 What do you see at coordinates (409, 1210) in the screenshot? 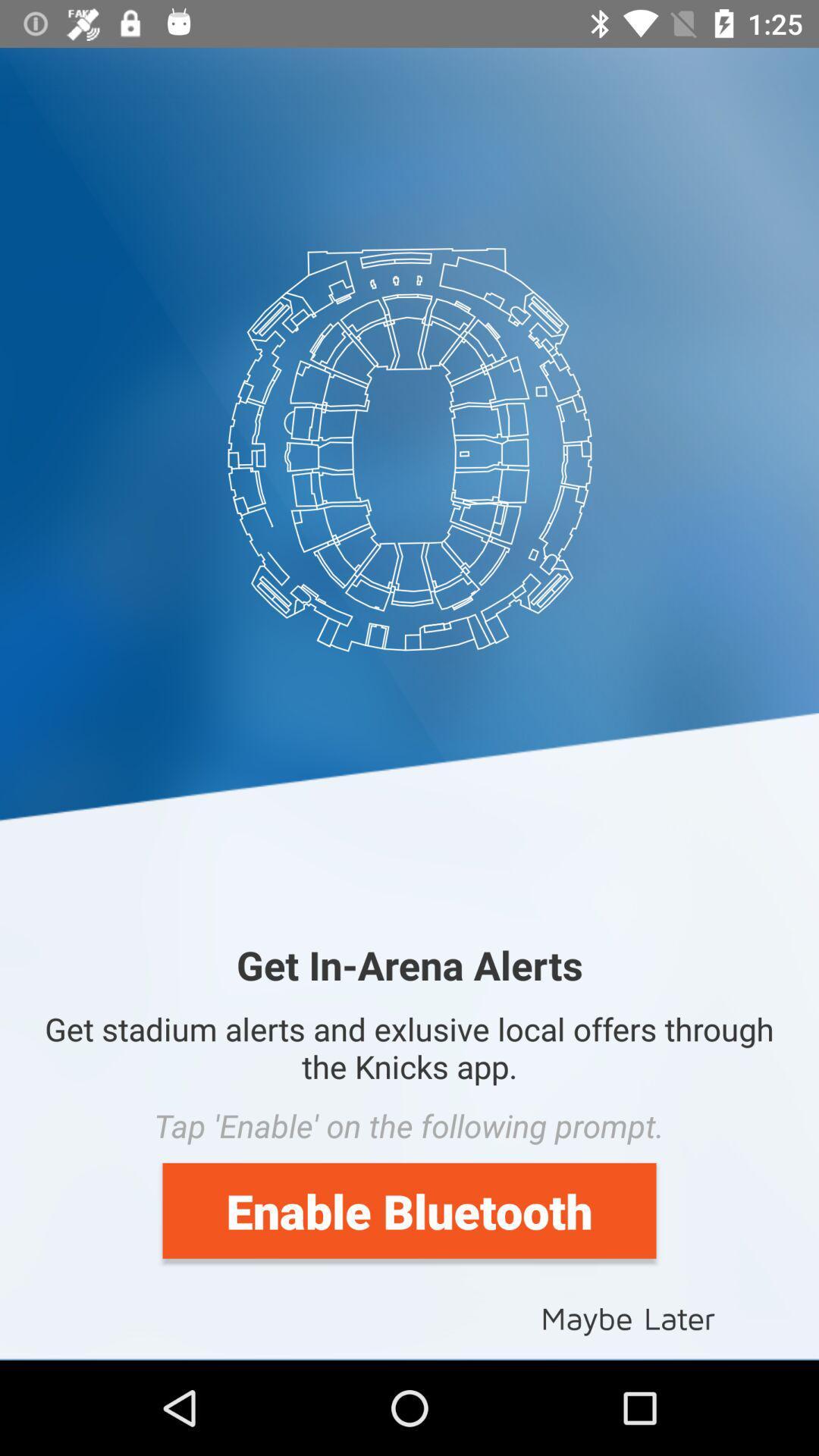
I see `icon below tap enable on` at bounding box center [409, 1210].